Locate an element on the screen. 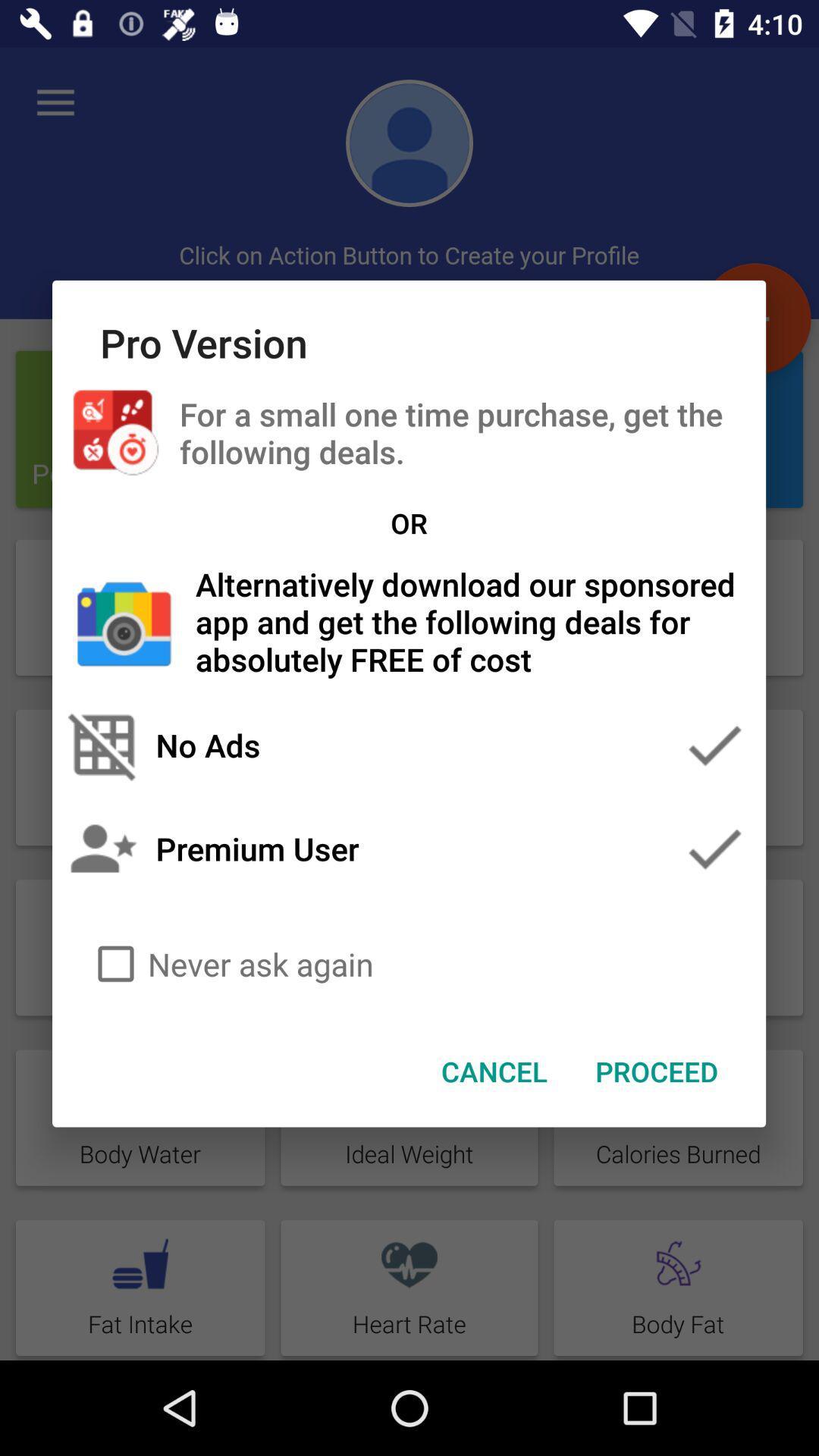  the item at the bottom right corner is located at coordinates (656, 1070).